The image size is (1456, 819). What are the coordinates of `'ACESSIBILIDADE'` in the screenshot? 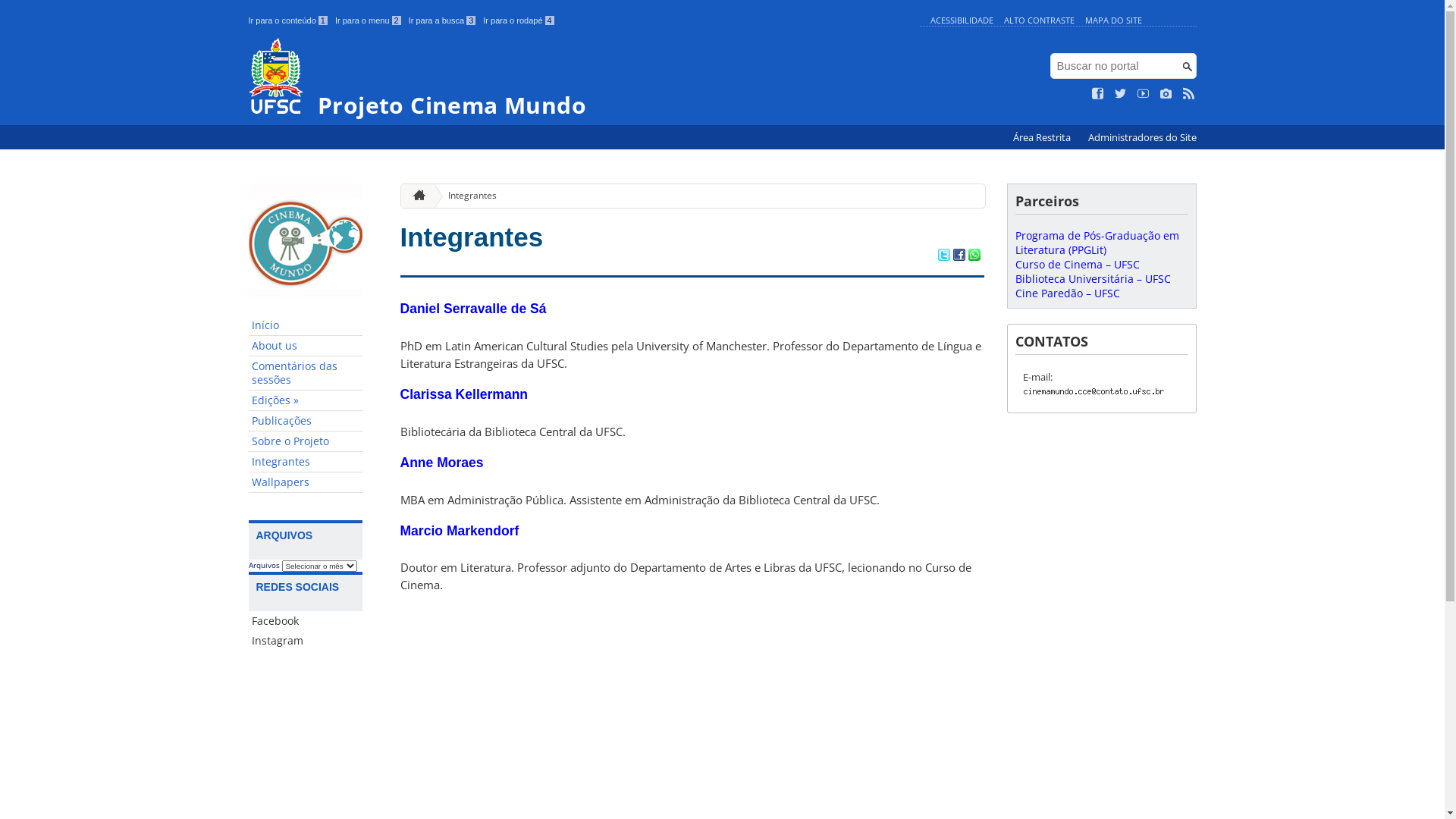 It's located at (960, 20).